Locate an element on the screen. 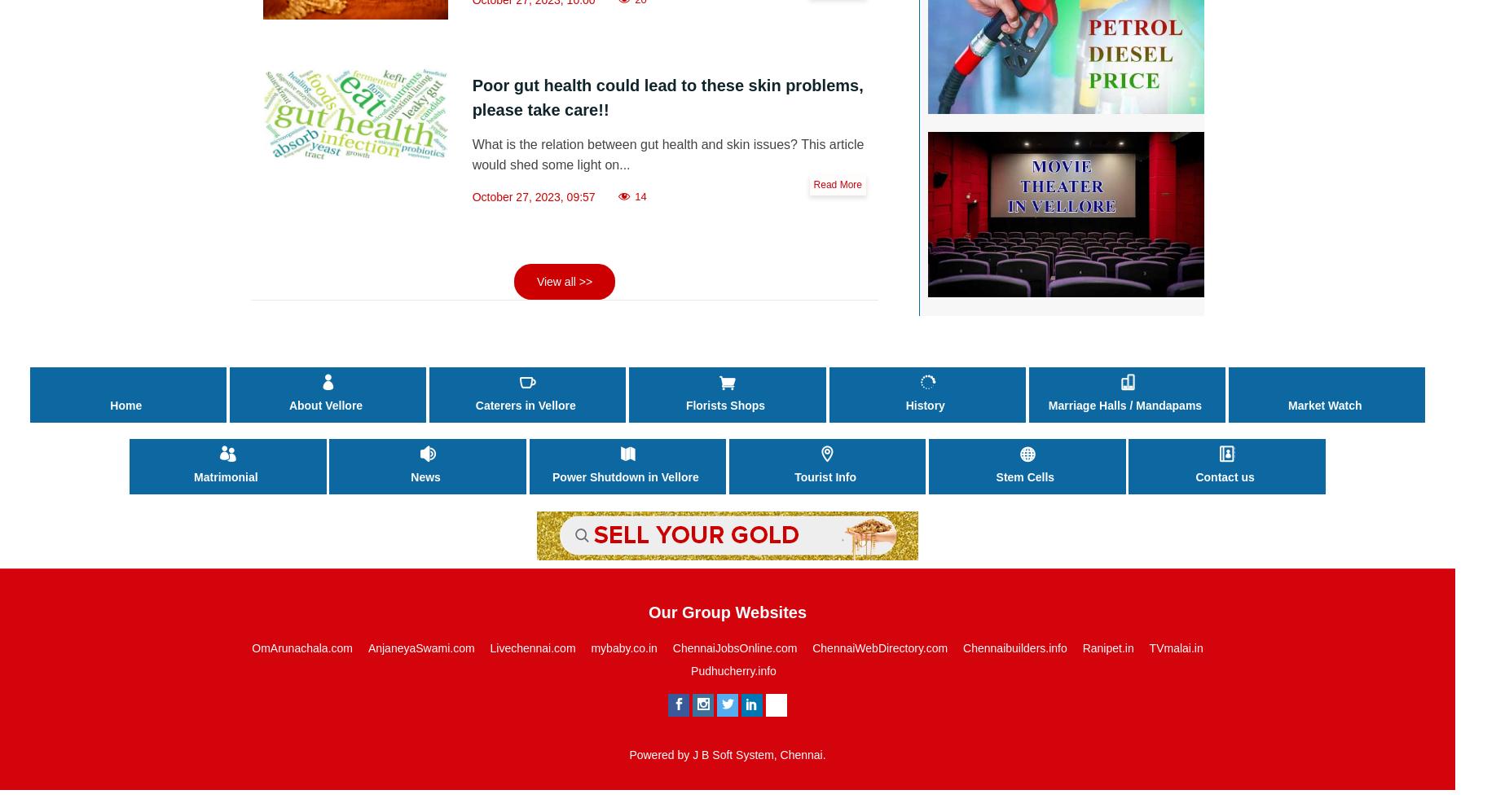 This screenshot has height=812, width=1496. 'Home' is located at coordinates (125, 406).